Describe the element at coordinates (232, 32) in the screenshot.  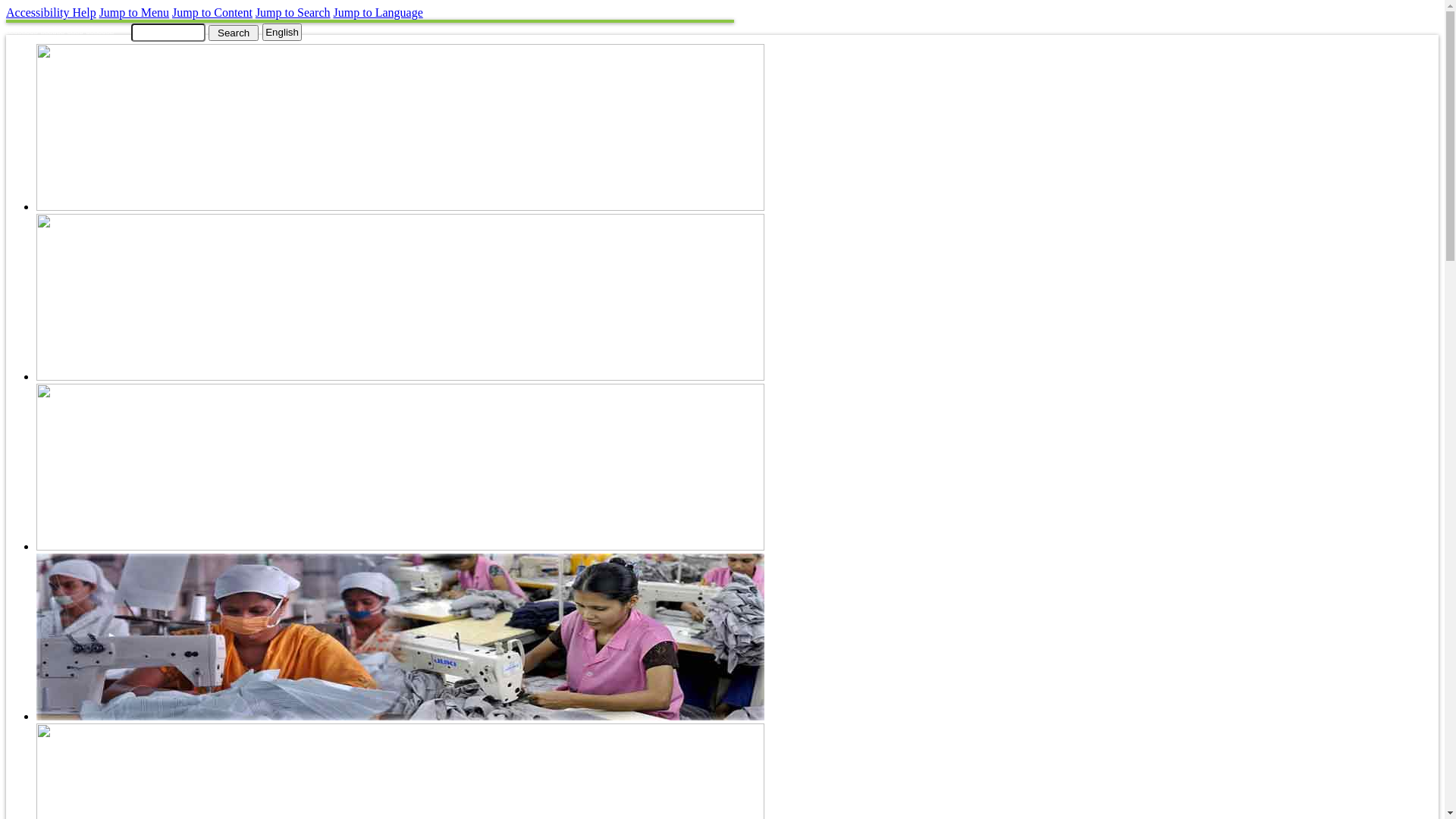
I see `'Search'` at that location.